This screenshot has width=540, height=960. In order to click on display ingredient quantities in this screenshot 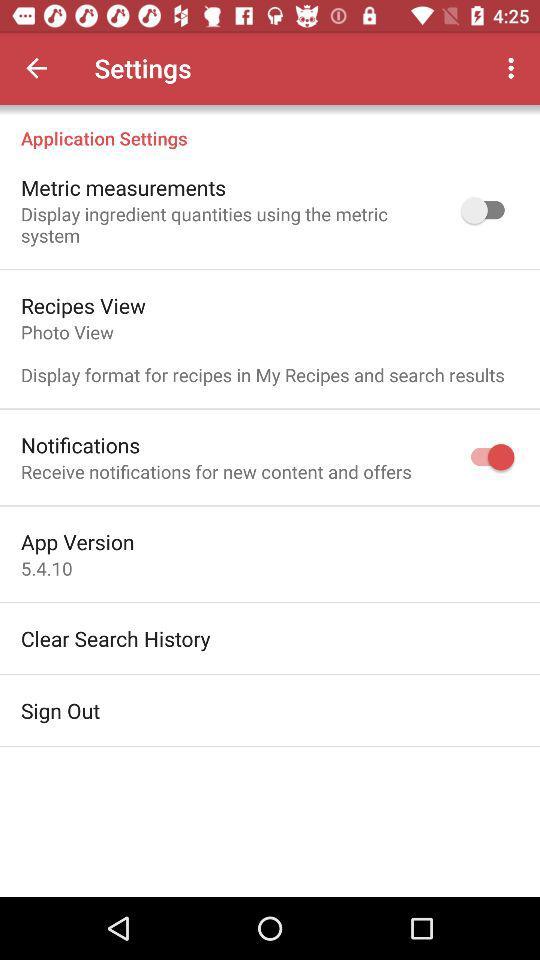, I will do `click(227, 224)`.